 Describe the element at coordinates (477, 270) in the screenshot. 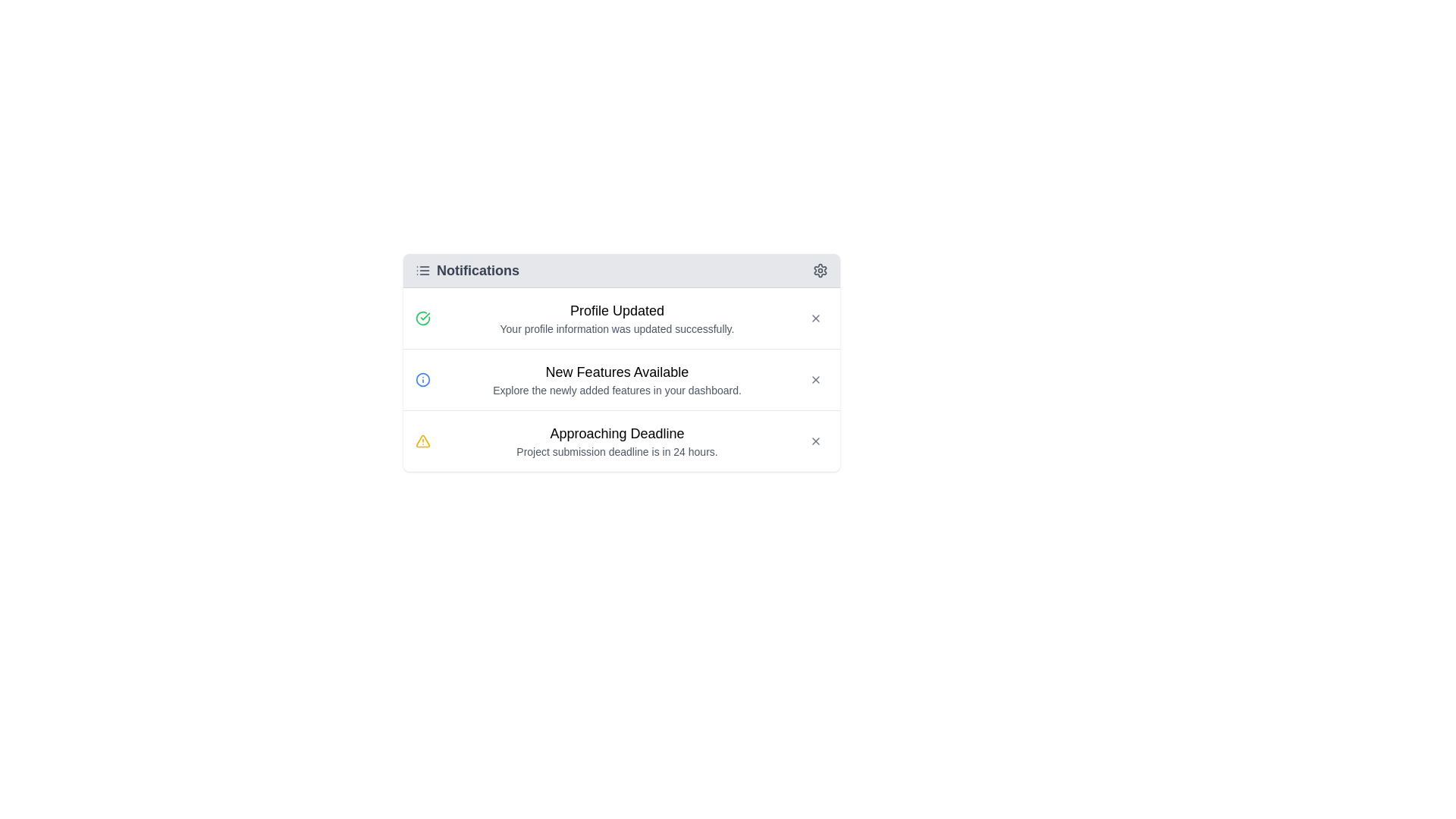

I see `the 'Notifications' static text element, which is displayed in a bold and prominent font style within the header bar` at that location.